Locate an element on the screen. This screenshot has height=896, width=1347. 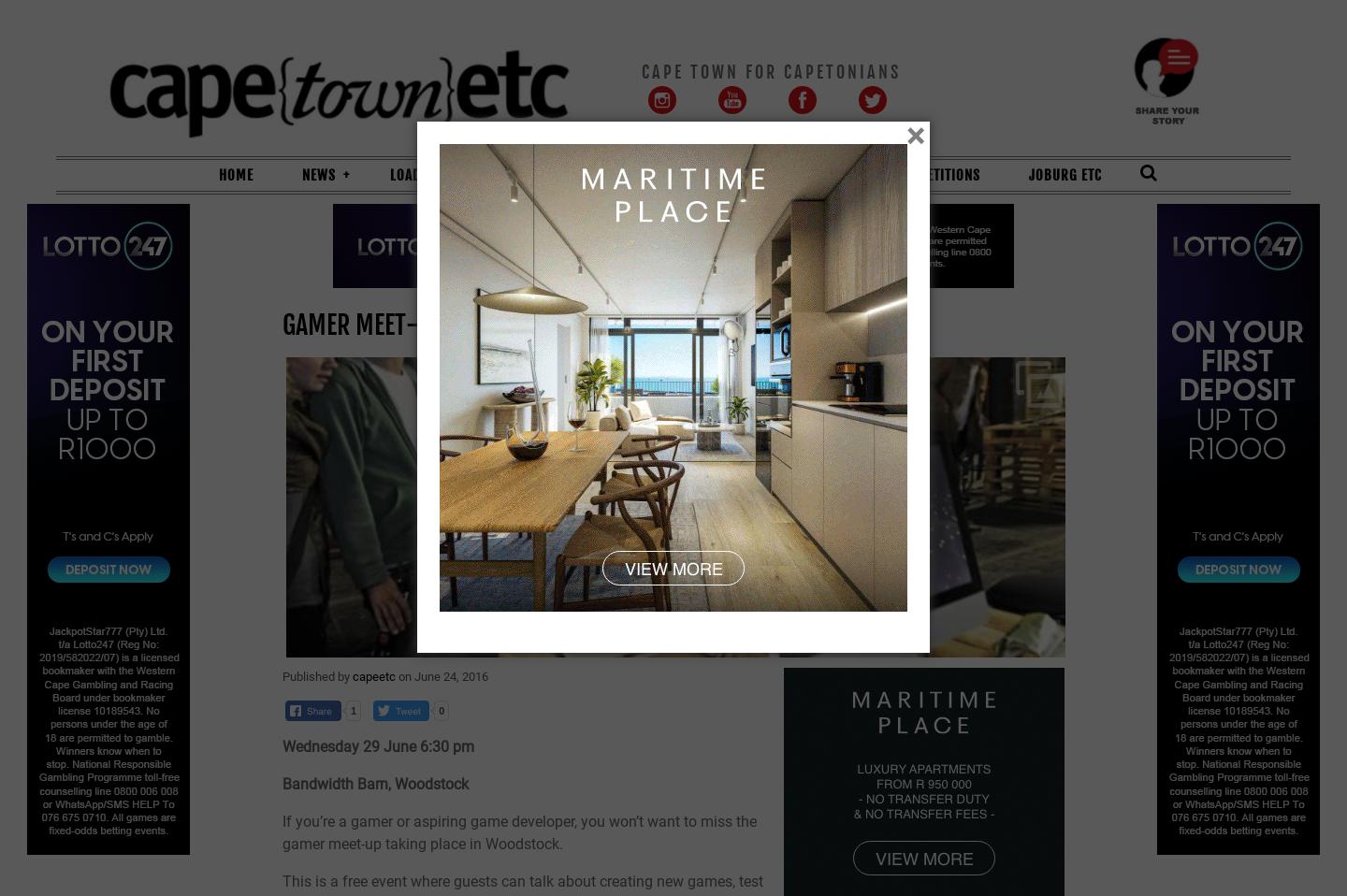
'Published by' is located at coordinates (317, 676).